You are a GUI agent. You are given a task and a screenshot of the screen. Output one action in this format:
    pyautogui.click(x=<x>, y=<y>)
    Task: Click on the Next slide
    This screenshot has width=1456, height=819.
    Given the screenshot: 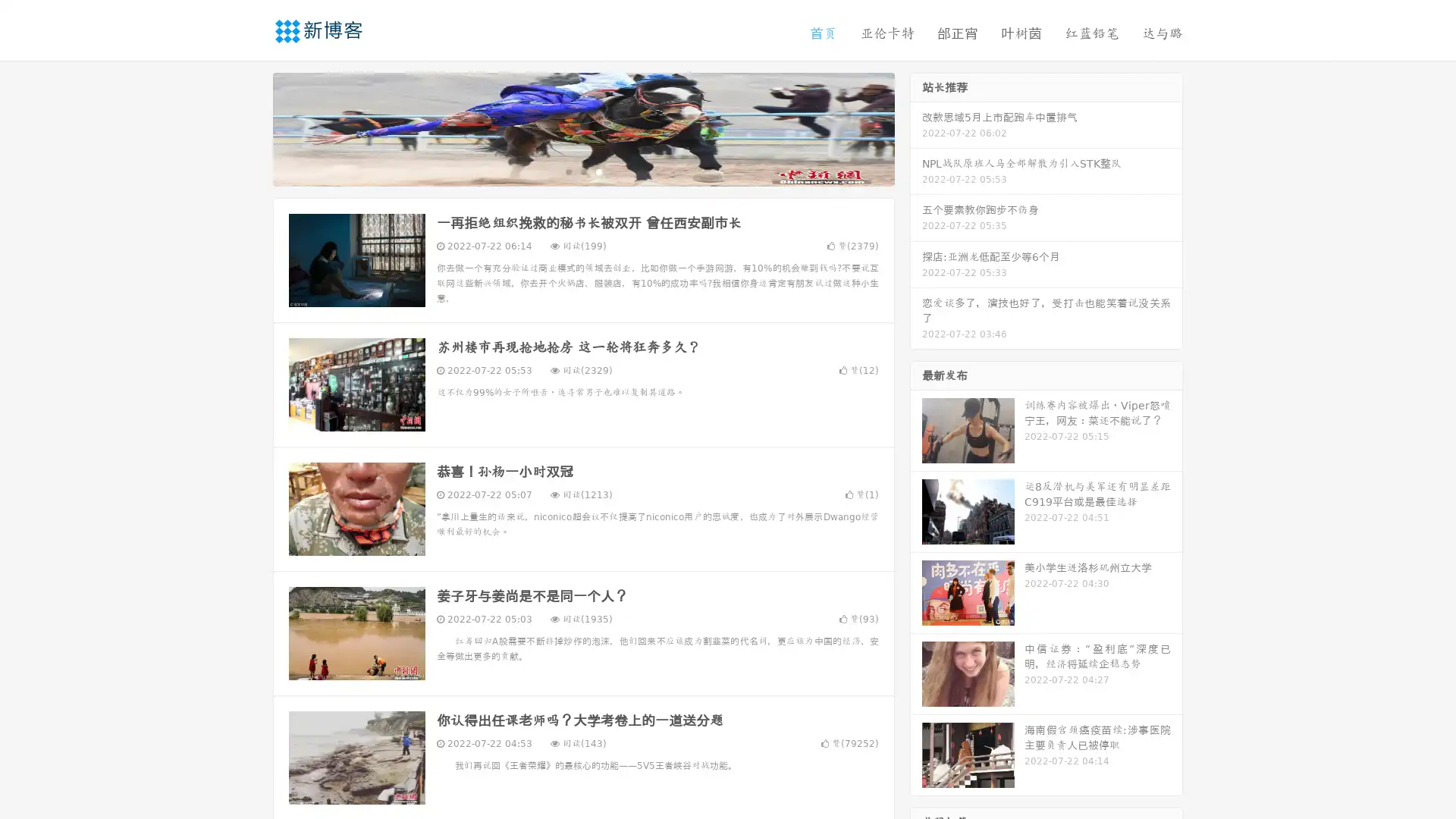 What is the action you would take?
    pyautogui.click(x=916, y=127)
    